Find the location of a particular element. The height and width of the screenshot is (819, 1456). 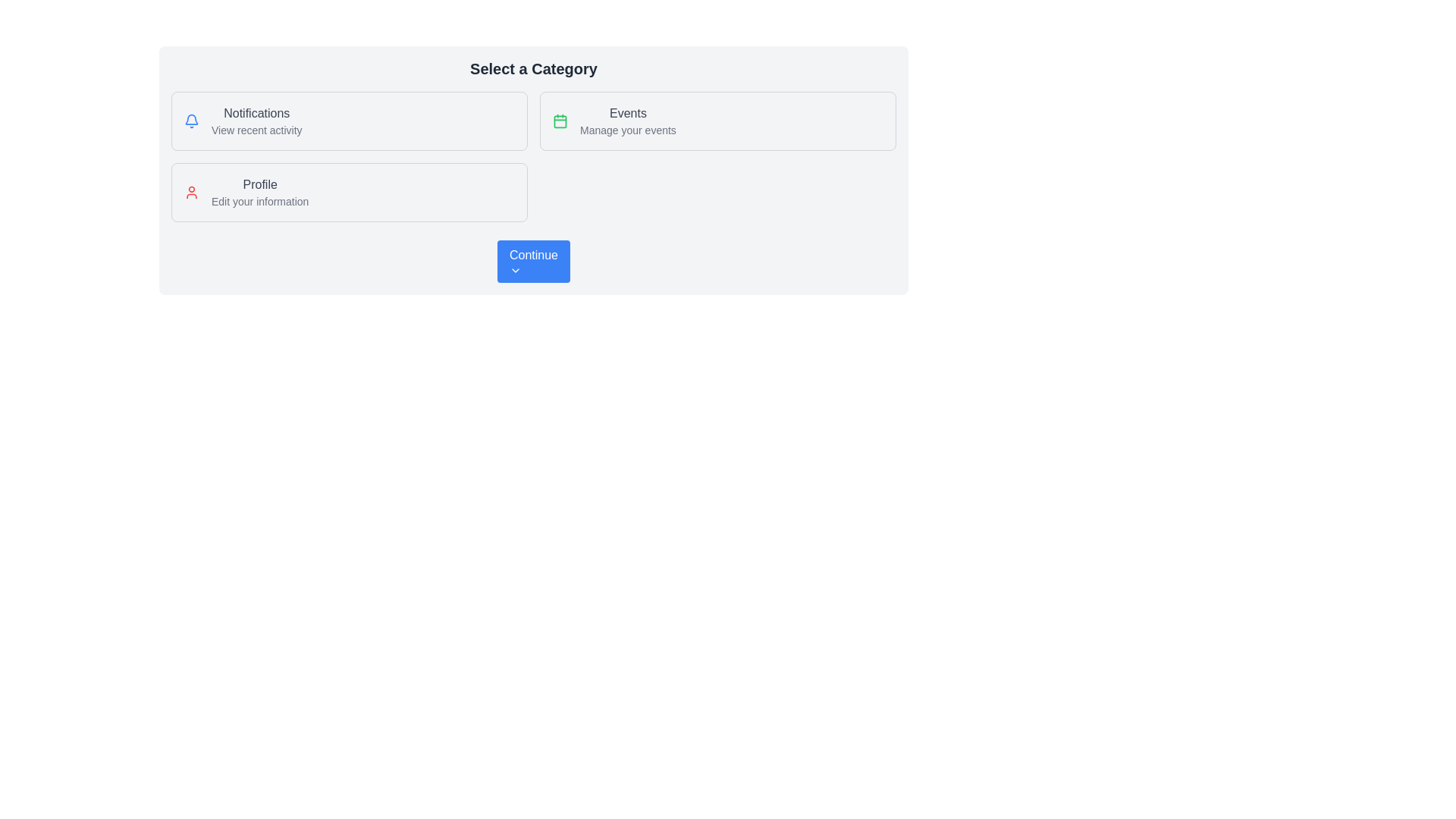

static text element displaying 'View recent activity', which is located directly below the 'Notifications' label in the left segment of the layout is located at coordinates (256, 130).